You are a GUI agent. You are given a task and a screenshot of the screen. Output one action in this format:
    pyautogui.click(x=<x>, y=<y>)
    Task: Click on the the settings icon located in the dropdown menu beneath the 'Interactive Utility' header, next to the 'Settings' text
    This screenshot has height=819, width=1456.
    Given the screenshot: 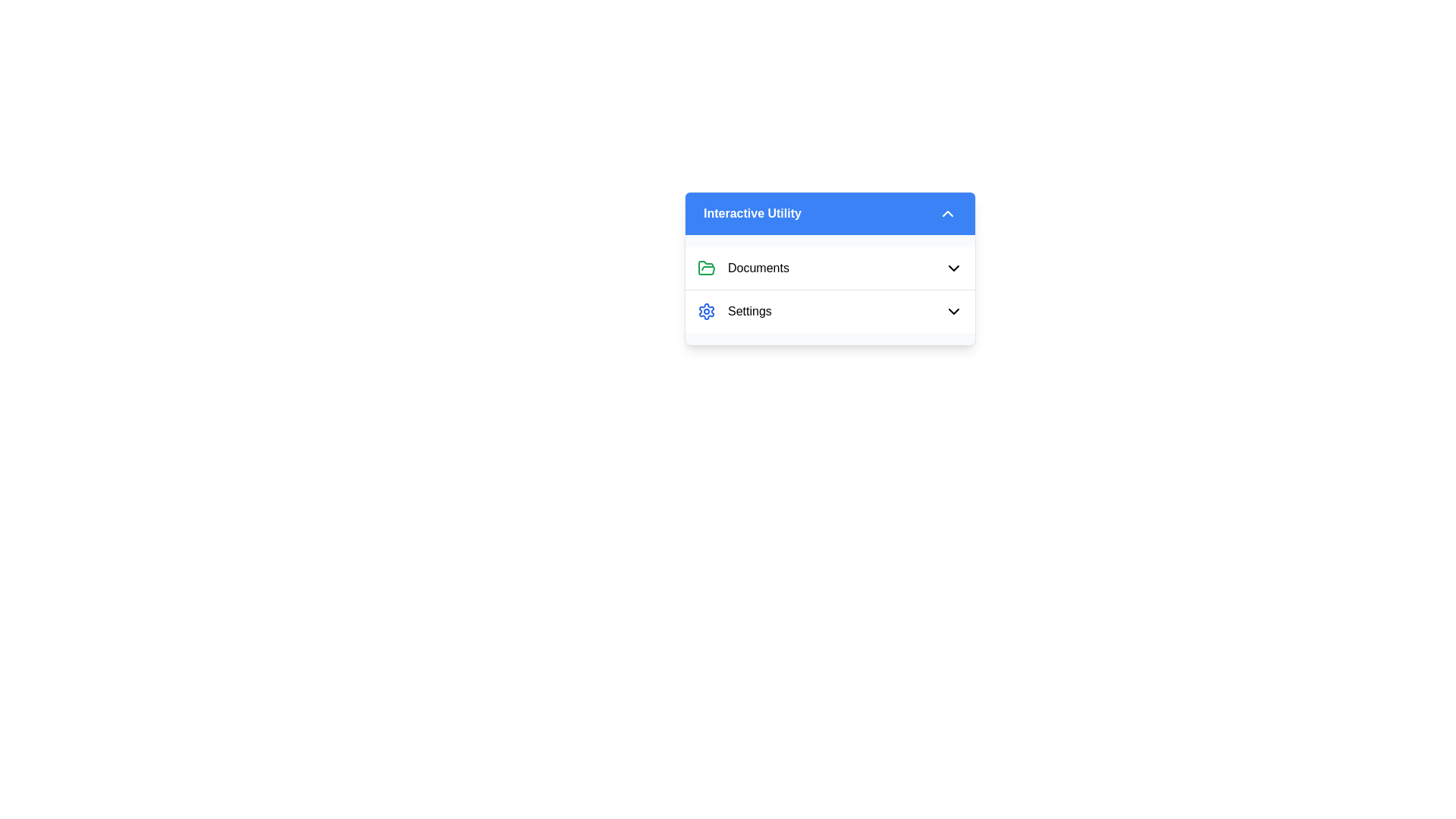 What is the action you would take?
    pyautogui.click(x=705, y=311)
    